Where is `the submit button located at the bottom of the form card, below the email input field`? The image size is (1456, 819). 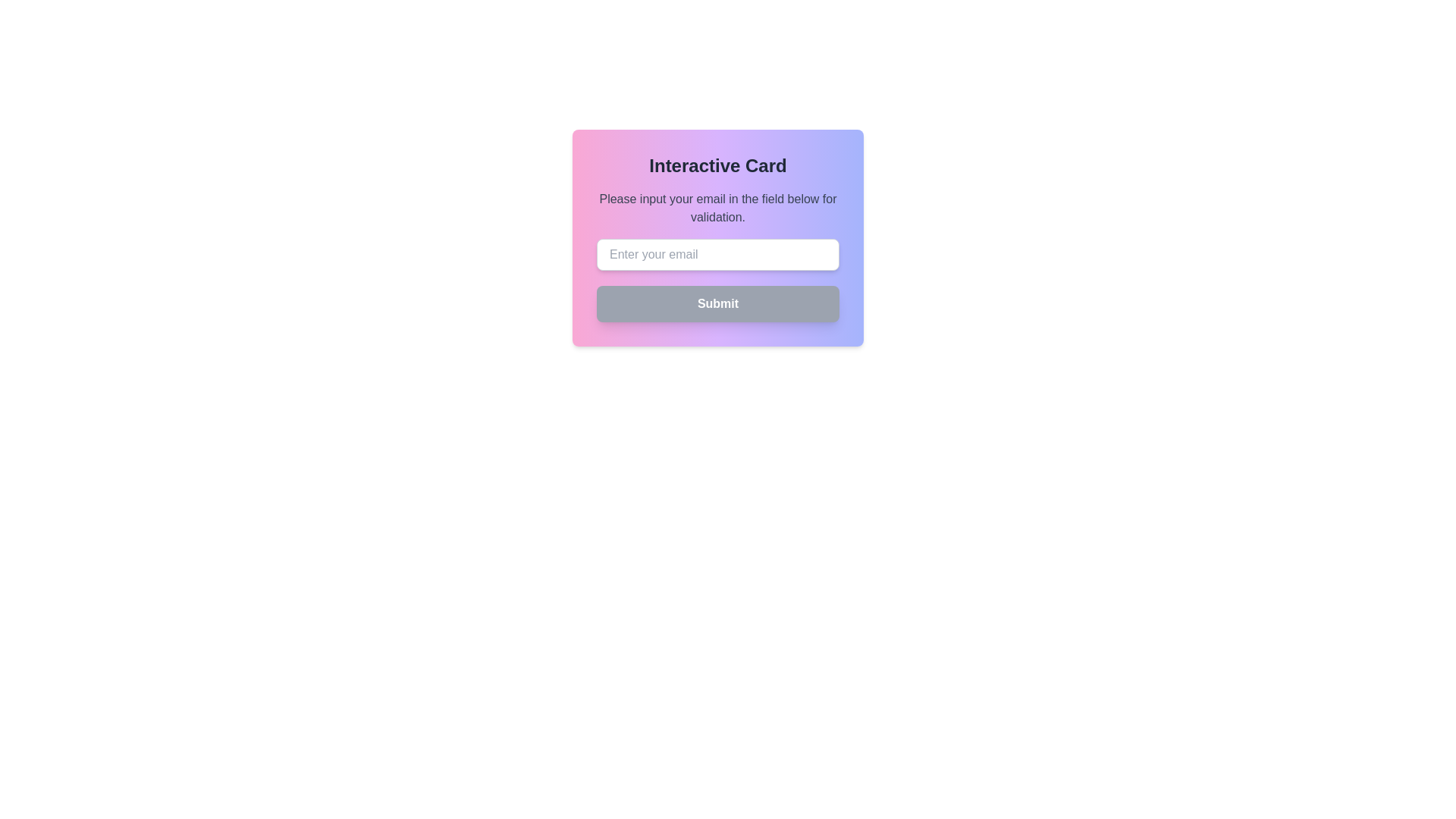 the submit button located at the bottom of the form card, below the email input field is located at coordinates (717, 304).